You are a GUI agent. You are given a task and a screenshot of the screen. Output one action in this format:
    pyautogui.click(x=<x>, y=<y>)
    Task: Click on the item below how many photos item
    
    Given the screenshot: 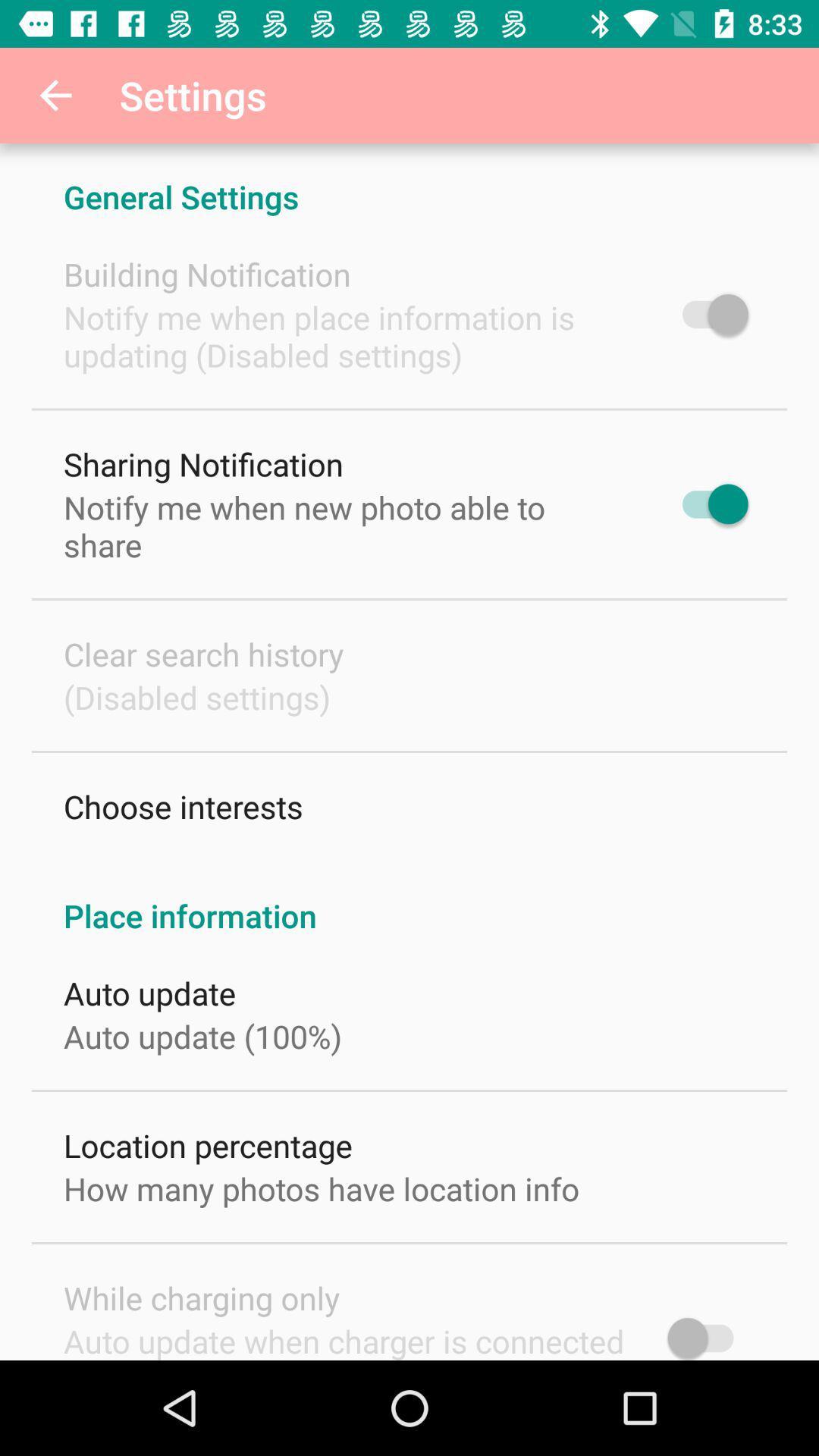 What is the action you would take?
    pyautogui.click(x=201, y=1297)
    